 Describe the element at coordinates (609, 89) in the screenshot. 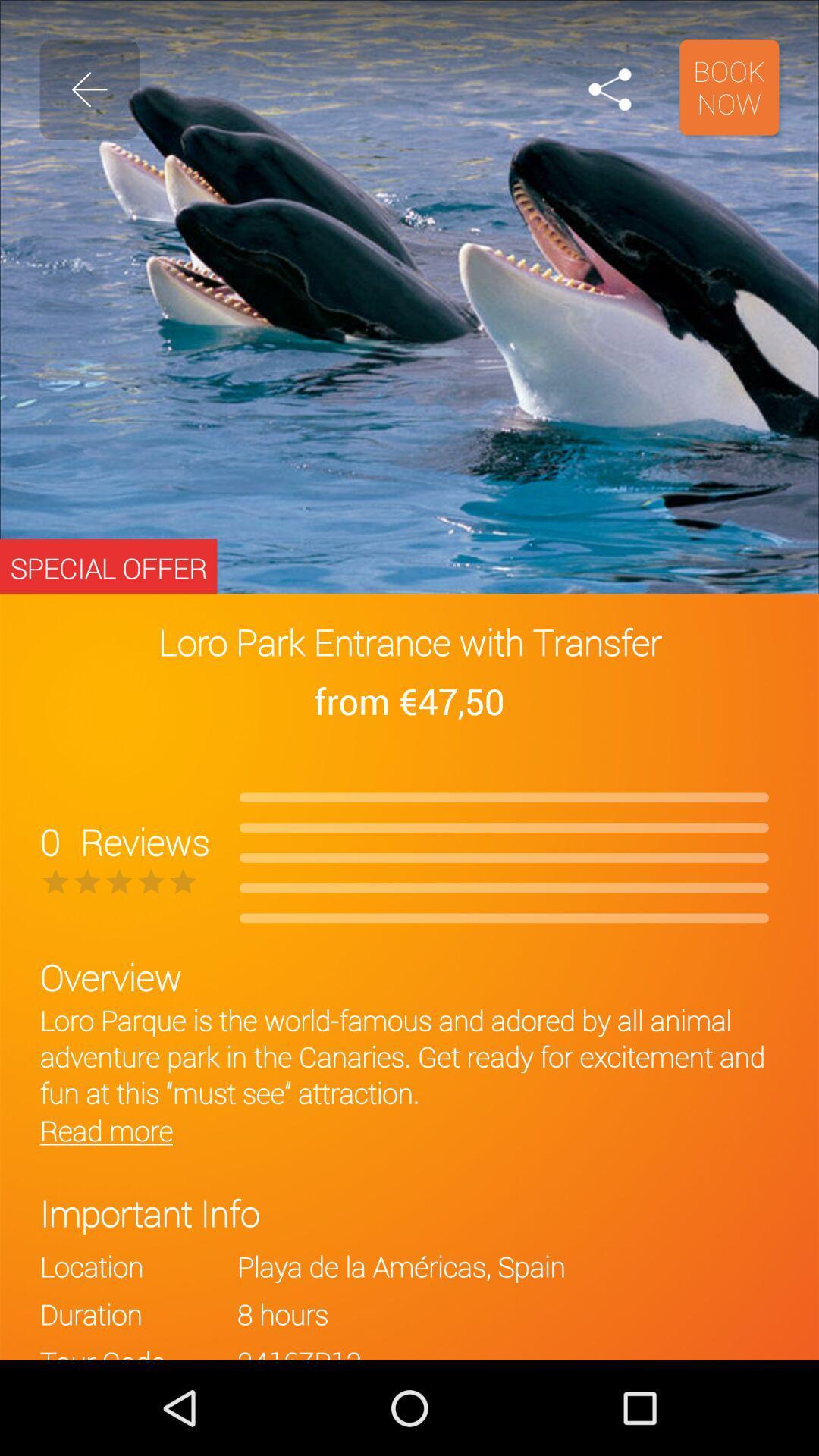

I see `icon next to book now icon` at that location.